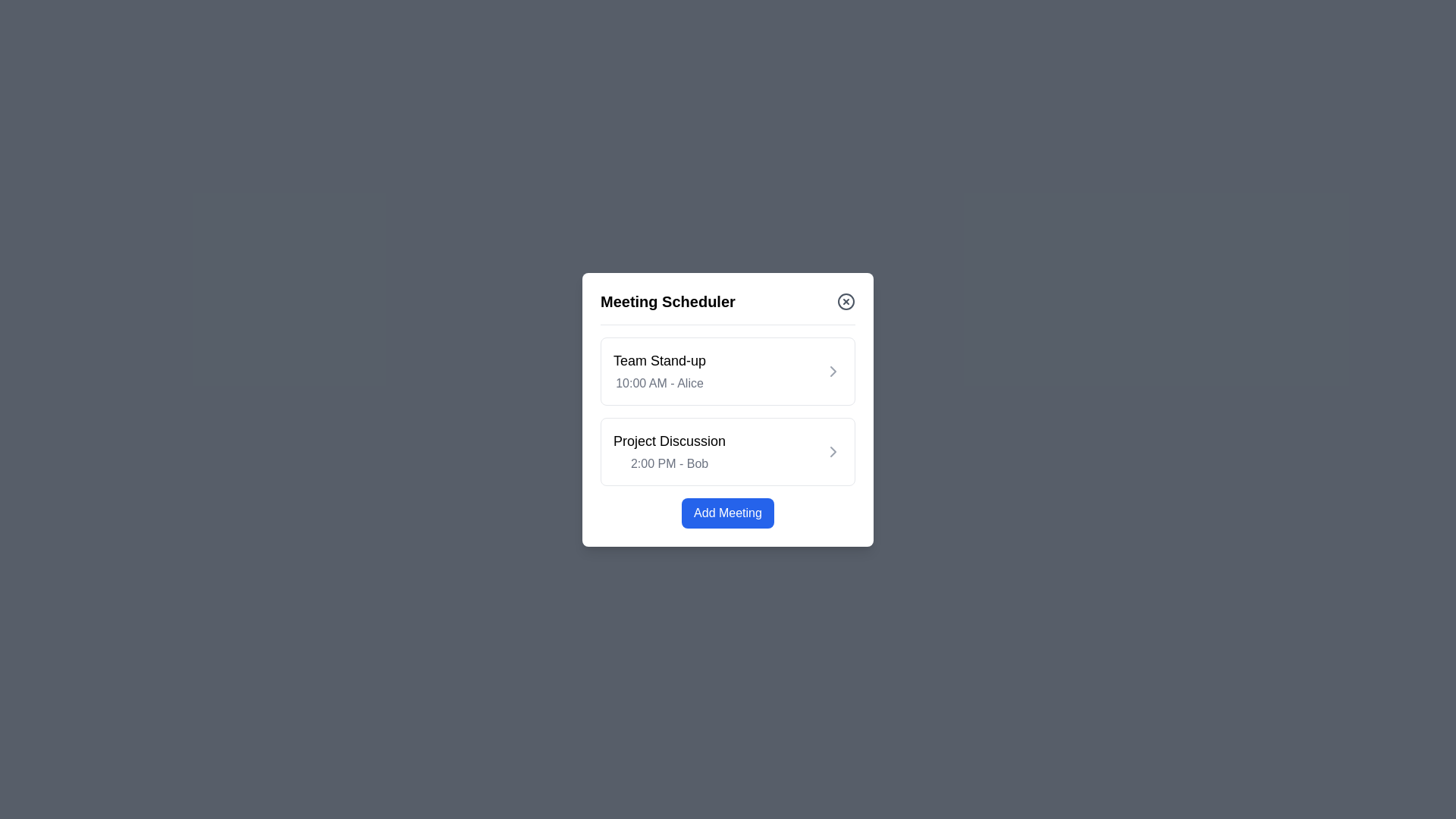 This screenshot has height=819, width=1456. What do you see at coordinates (728, 371) in the screenshot?
I see `the first item in the 'Meeting Scheduler' list` at bounding box center [728, 371].